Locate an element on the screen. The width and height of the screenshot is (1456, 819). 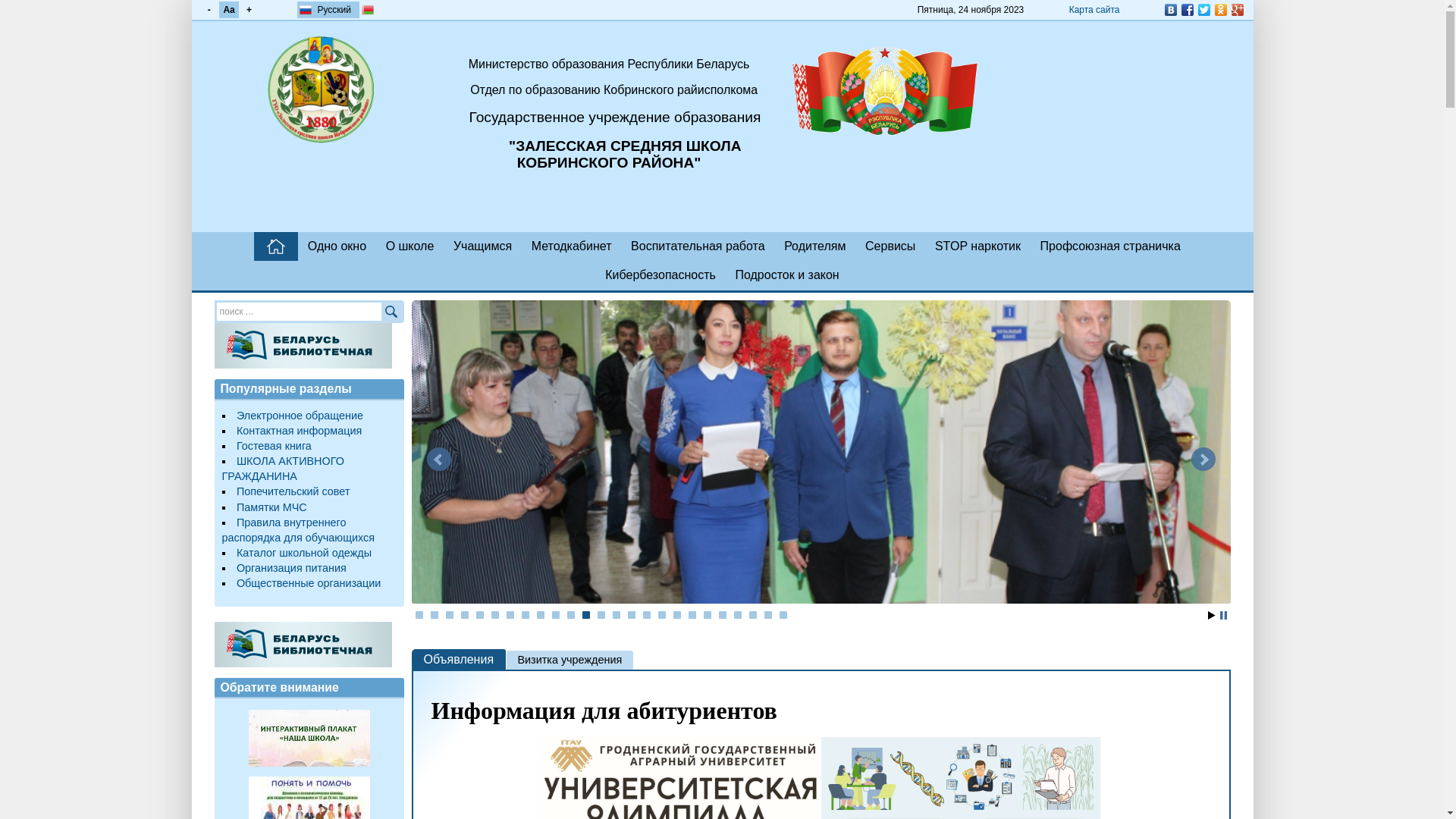
'10' is located at coordinates (555, 614).